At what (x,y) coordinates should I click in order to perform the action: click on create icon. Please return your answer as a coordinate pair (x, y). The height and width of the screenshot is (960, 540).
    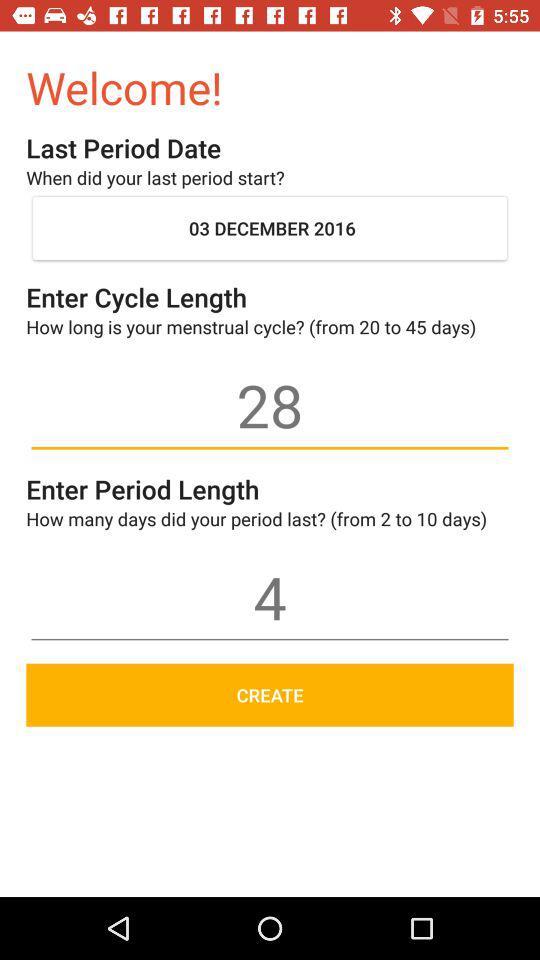
    Looking at the image, I should click on (270, 695).